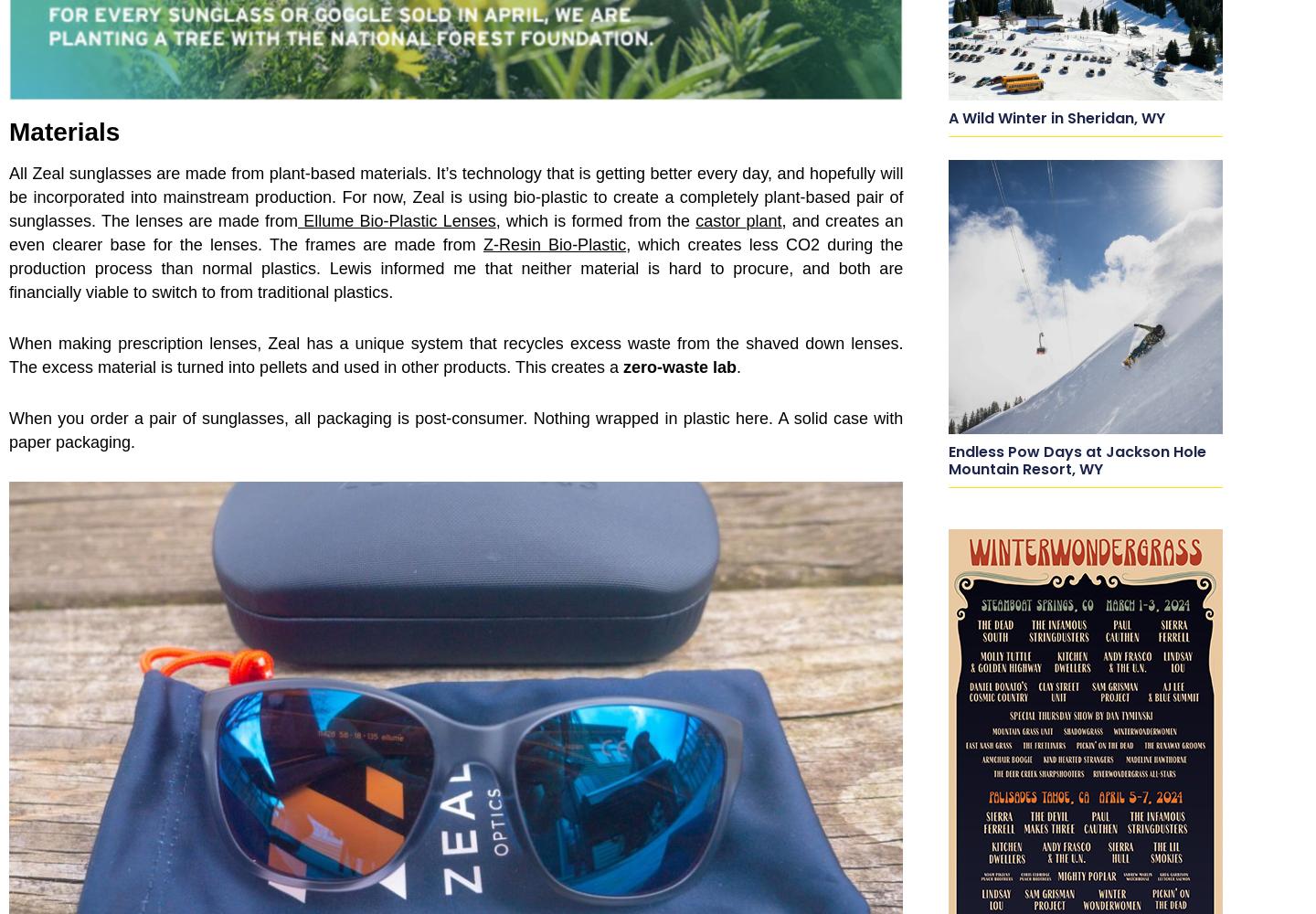  What do you see at coordinates (7, 233) in the screenshot?
I see `'and creates an even clearer base for the lenses. The frames are made from'` at bounding box center [7, 233].